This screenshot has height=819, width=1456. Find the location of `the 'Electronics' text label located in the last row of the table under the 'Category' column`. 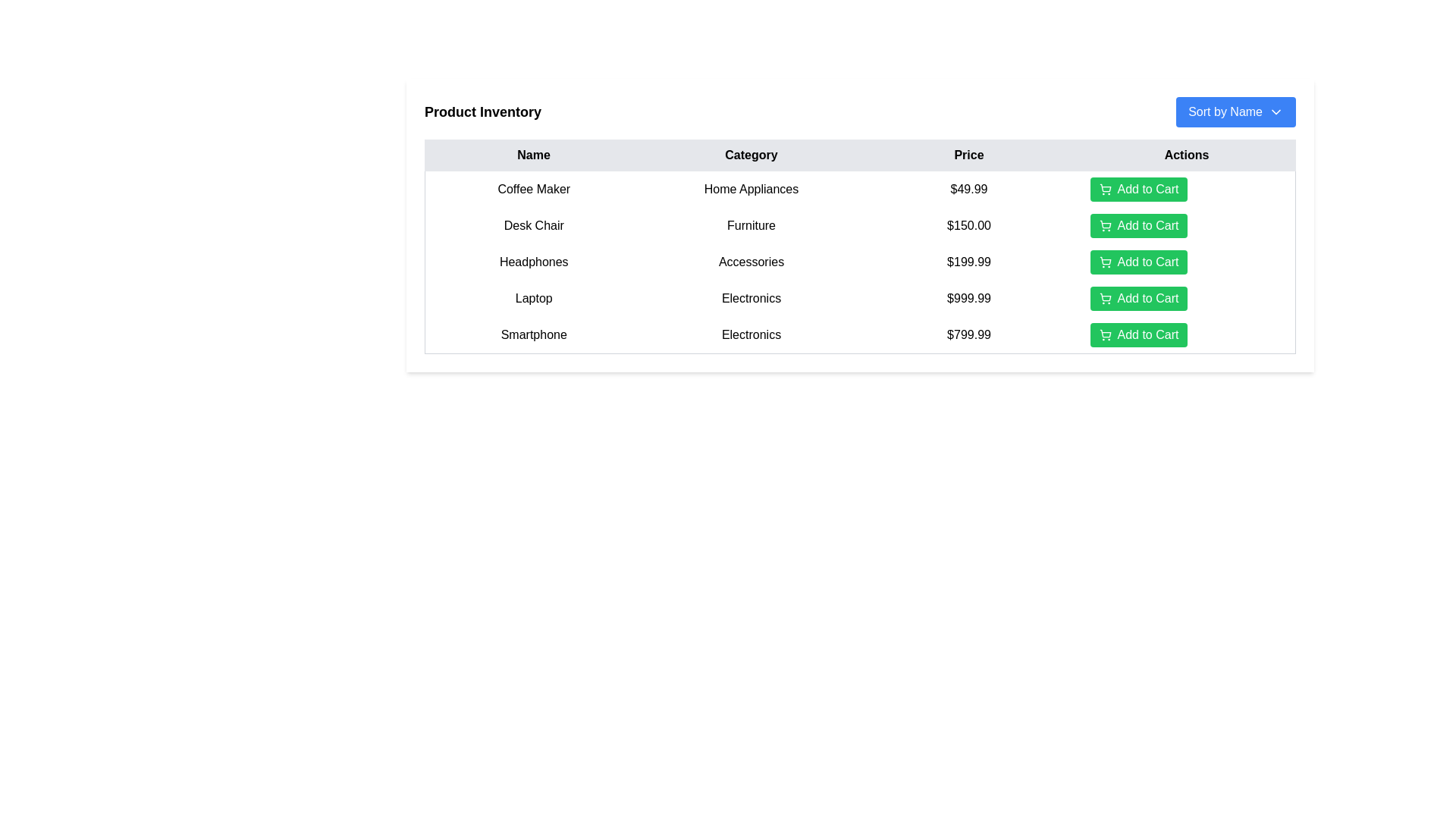

the 'Electronics' text label located in the last row of the table under the 'Category' column is located at coordinates (751, 334).